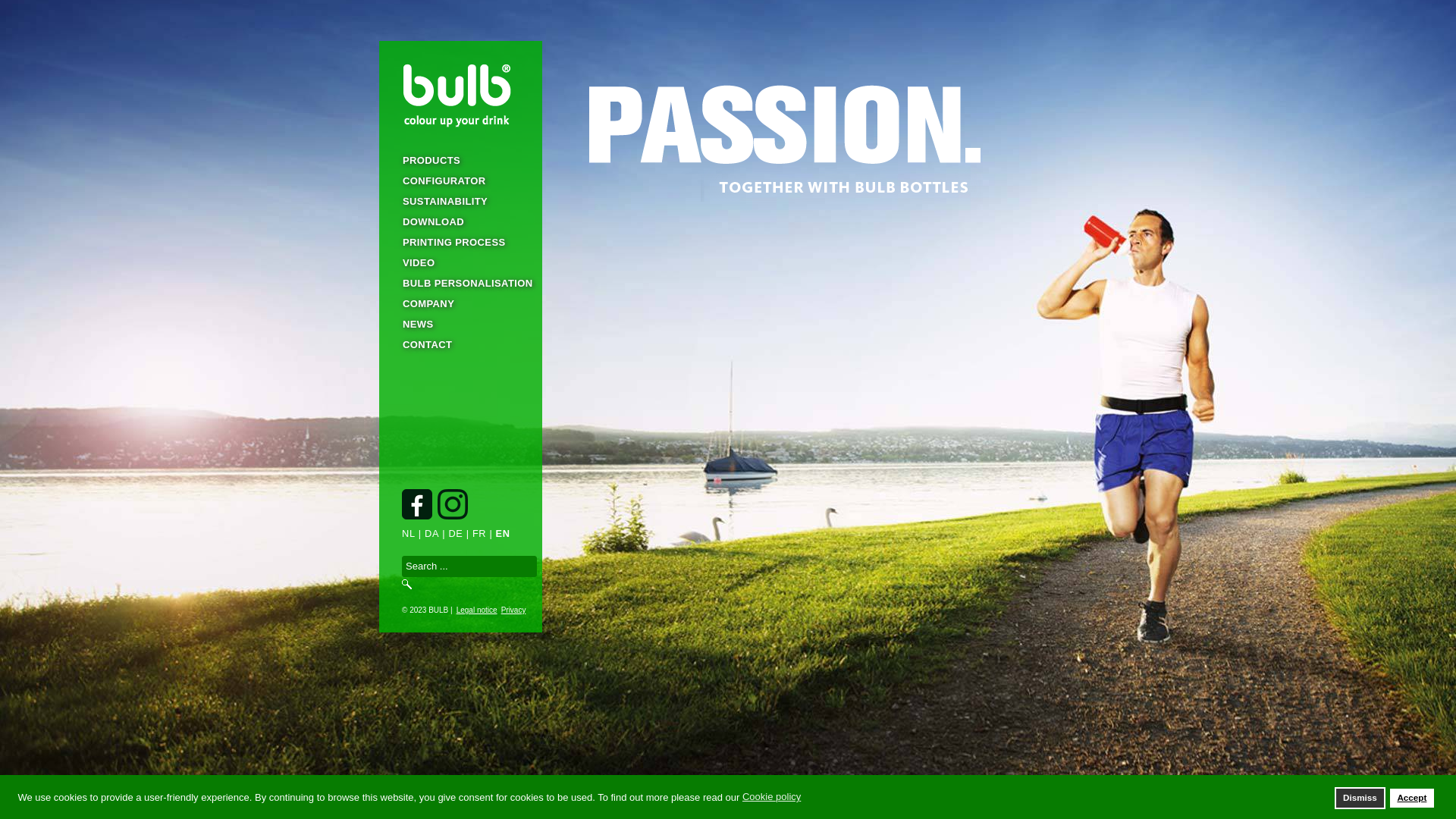 Image resolution: width=1456 pixels, height=819 pixels. I want to click on '3', so click(750, 792).